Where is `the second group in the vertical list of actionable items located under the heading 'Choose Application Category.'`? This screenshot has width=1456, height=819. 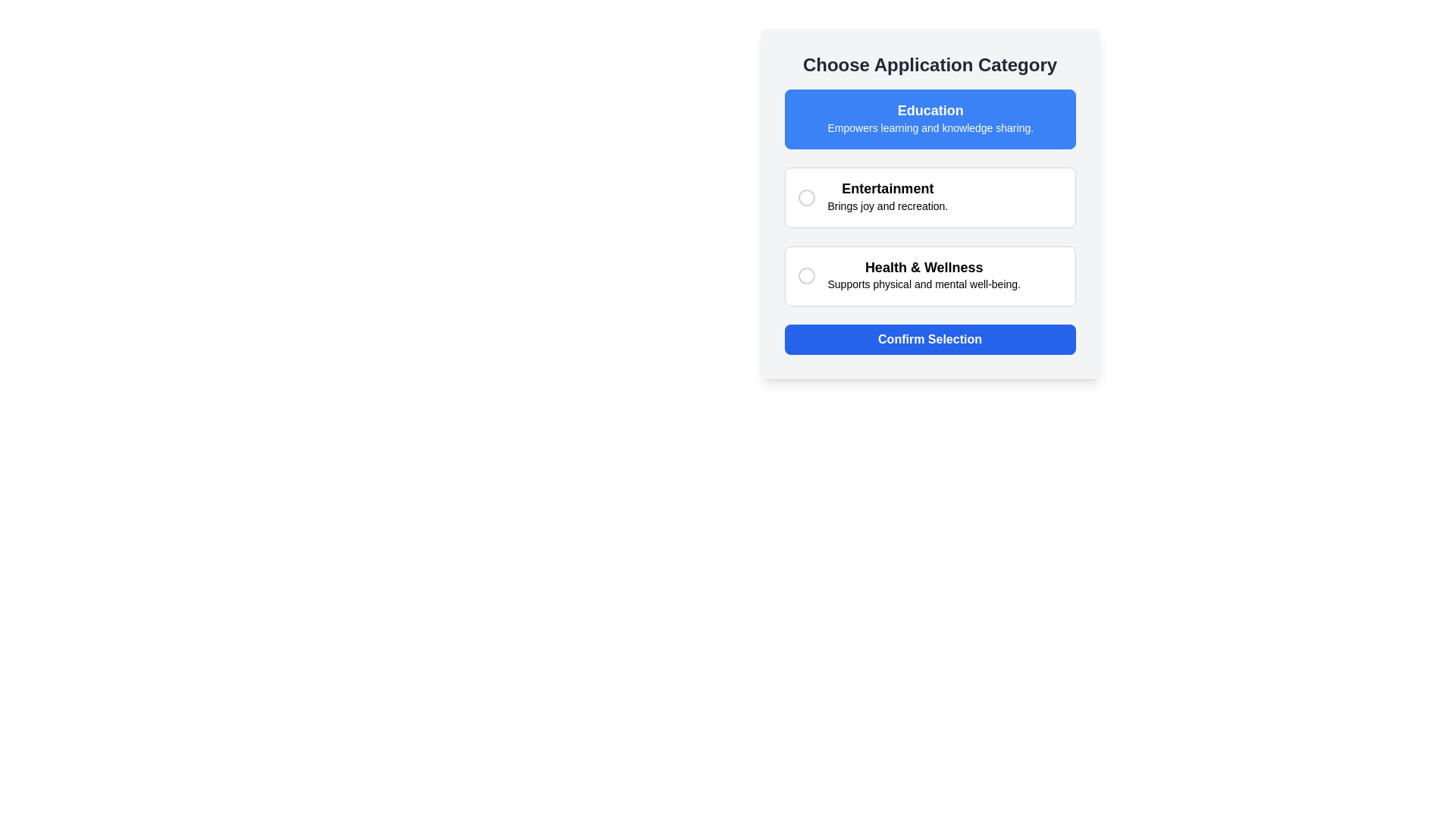 the second group in the vertical list of actionable items located under the heading 'Choose Application Category.' is located at coordinates (929, 196).